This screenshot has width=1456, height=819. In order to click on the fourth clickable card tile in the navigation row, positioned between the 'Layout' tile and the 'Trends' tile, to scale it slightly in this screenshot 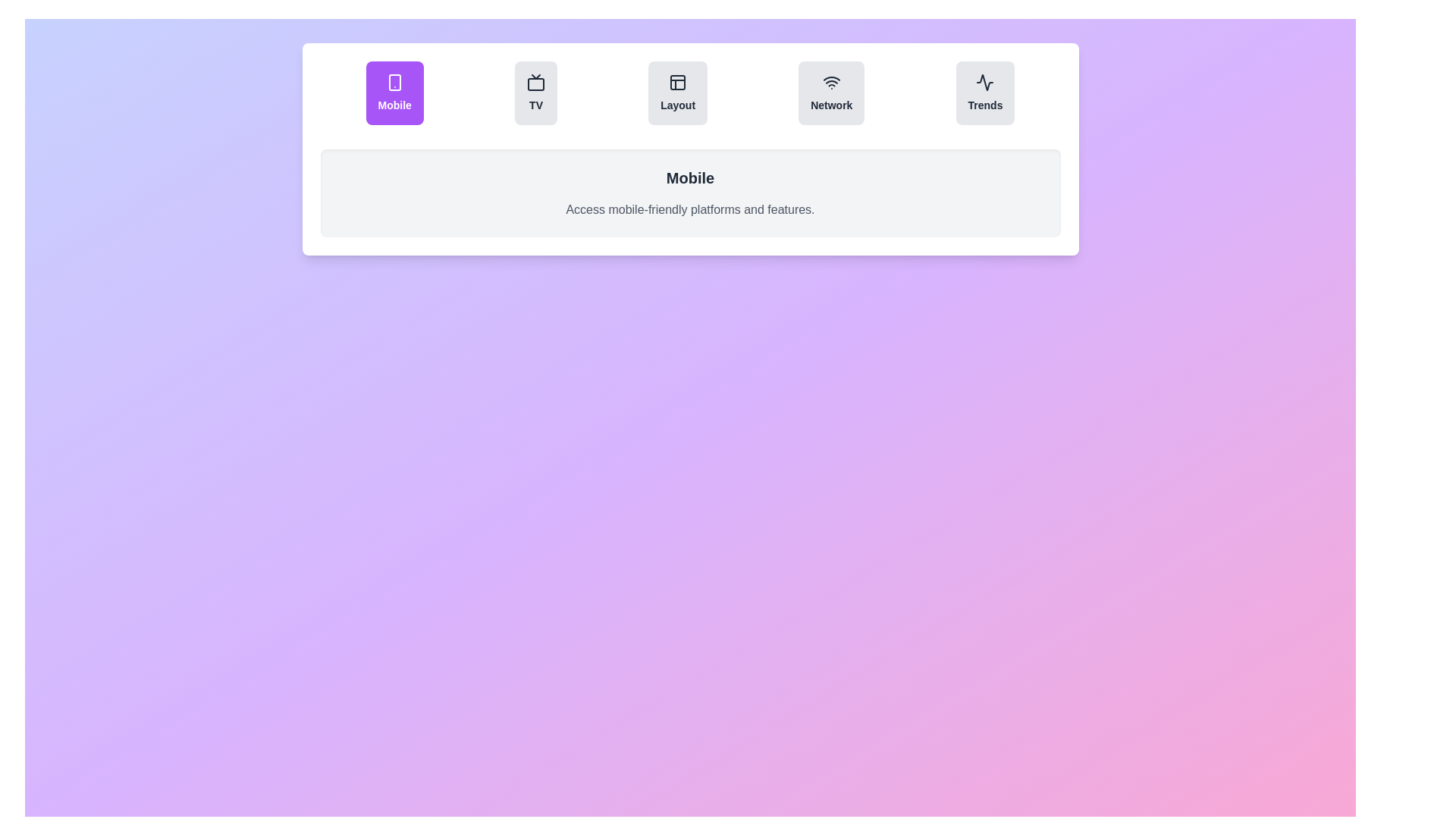, I will do `click(830, 93)`.